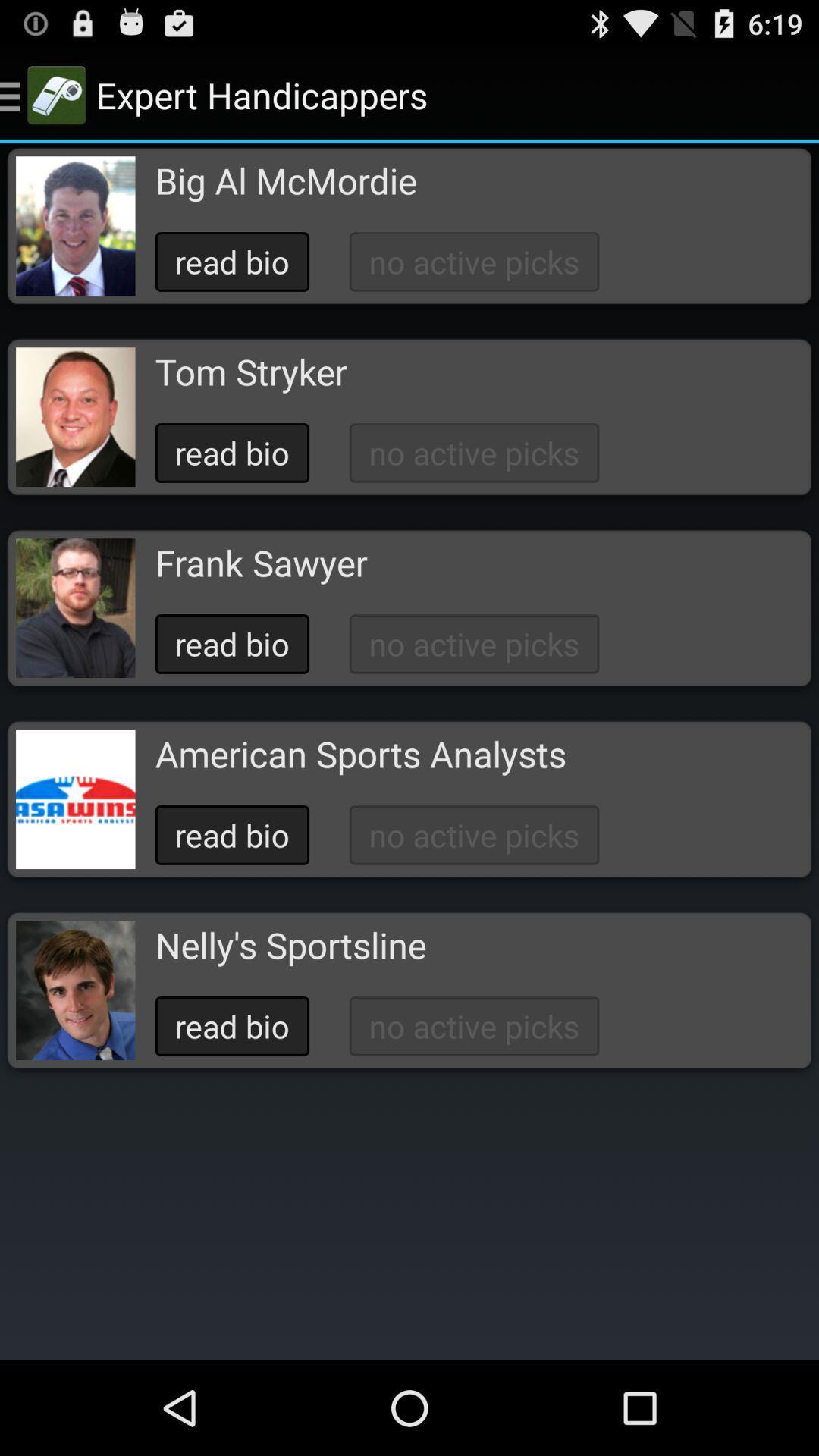  Describe the element at coordinates (286, 180) in the screenshot. I see `big al mcmordie item` at that location.